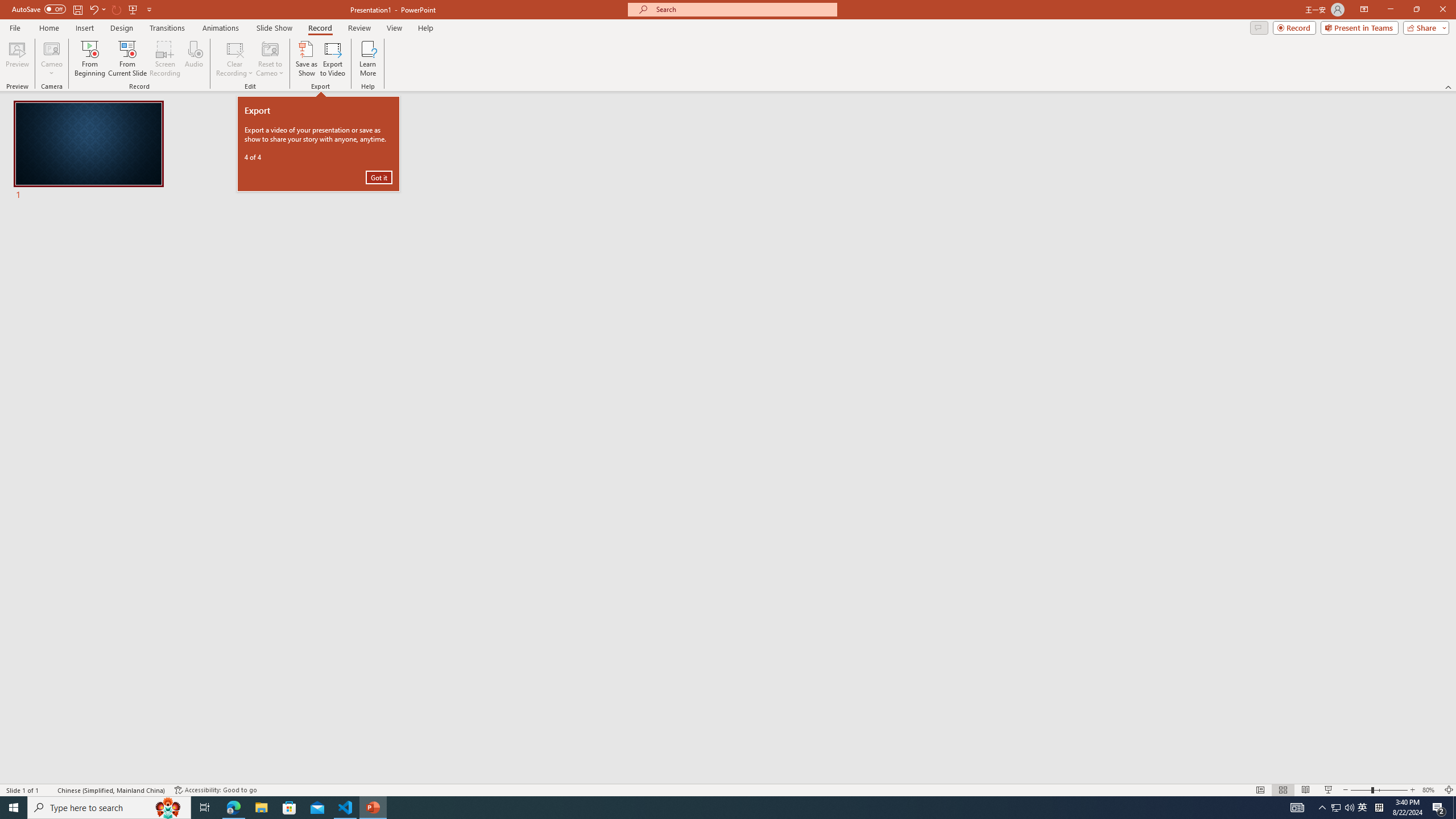 The width and height of the screenshot is (1456, 819). What do you see at coordinates (1359, 27) in the screenshot?
I see `'Present in Teams'` at bounding box center [1359, 27].